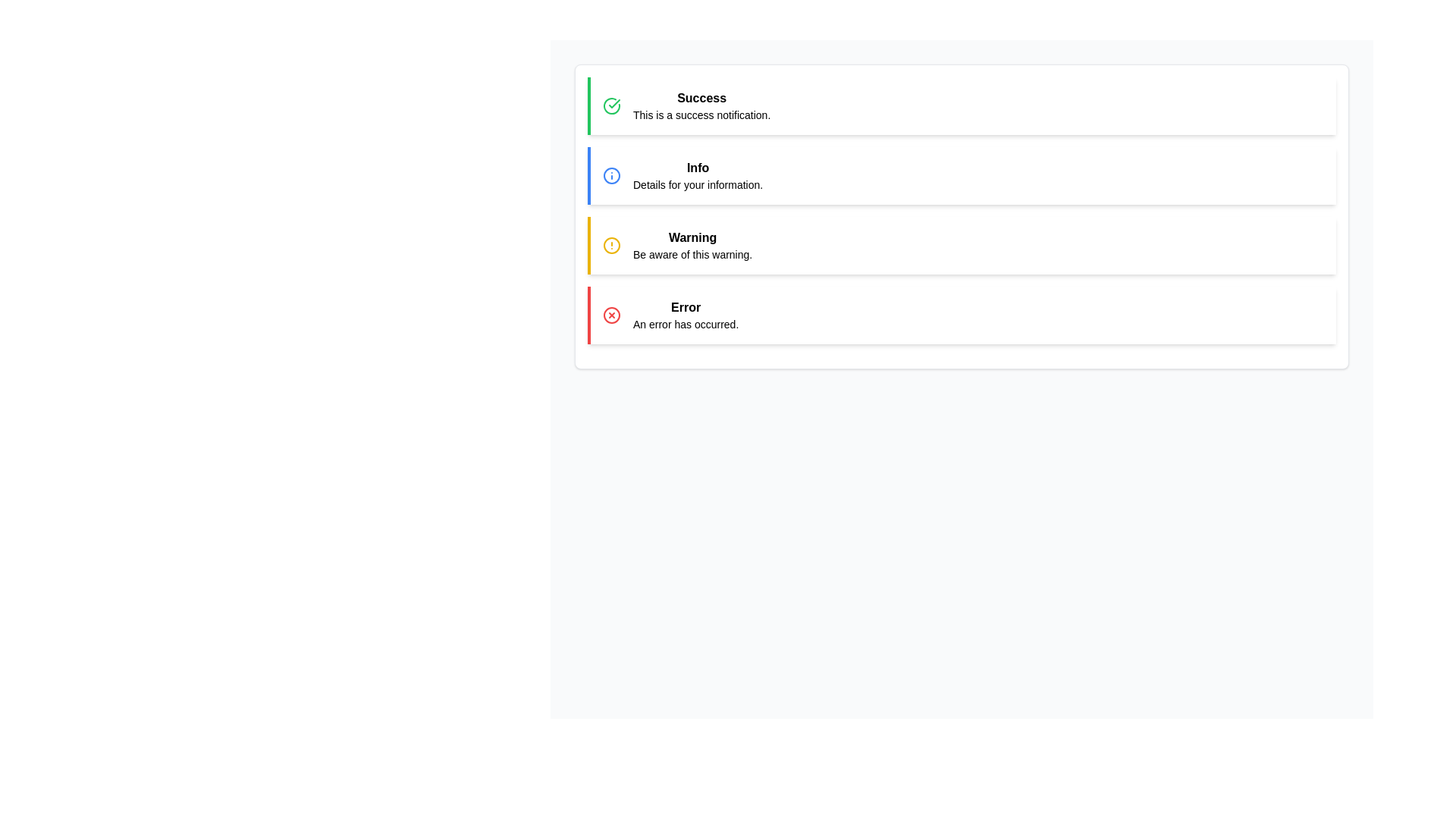 Image resolution: width=1456 pixels, height=819 pixels. Describe the element at coordinates (961, 174) in the screenshot. I see `the second notification card in the vertically stacked list of notifications, which is situated between the 'Success' and 'Warning' notifications` at that location.